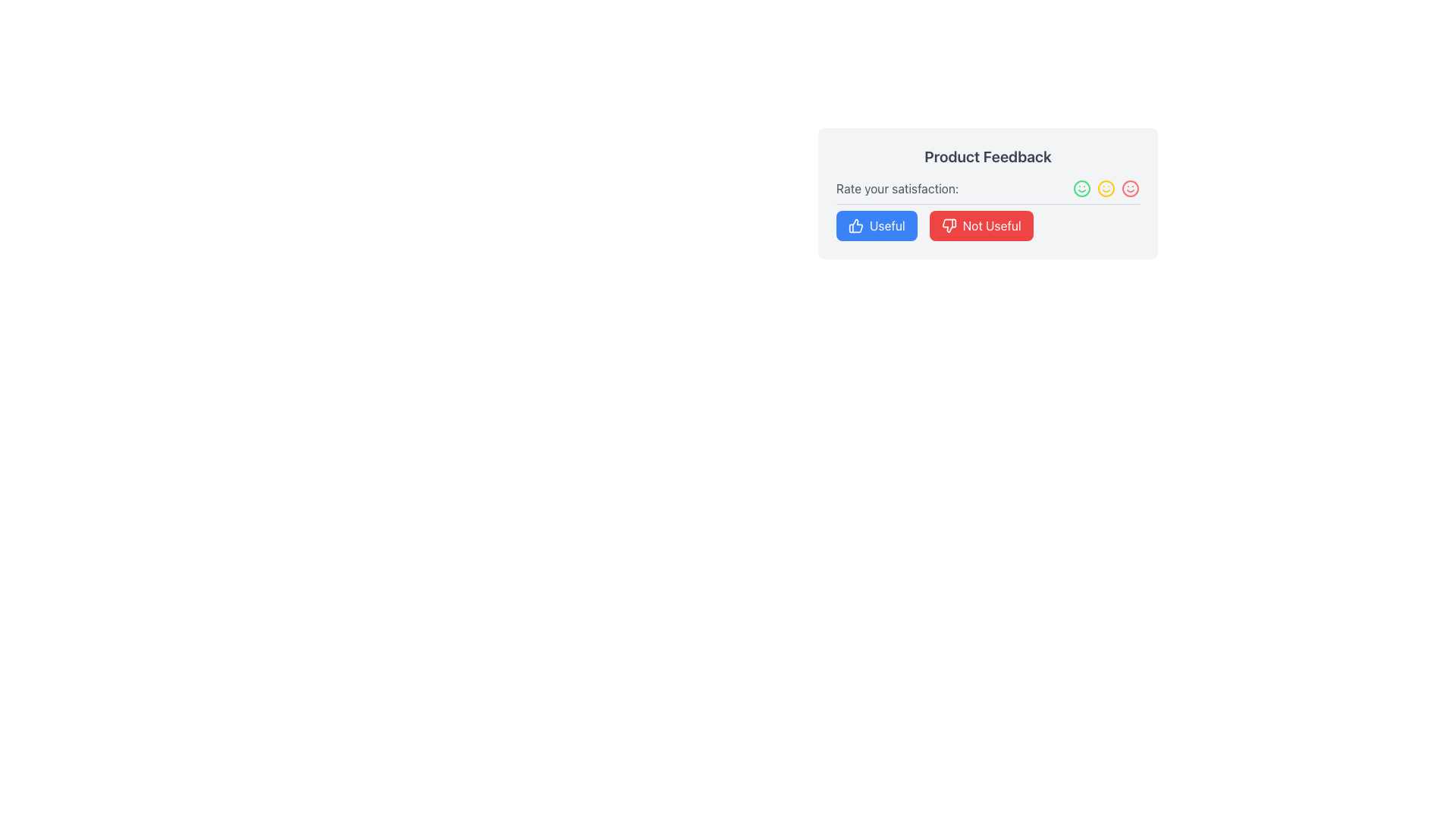  I want to click on the thumbs-up icon, which is styled with a transparent fill and a white stroke, located inside the blue 'Useful' button, so click(855, 225).